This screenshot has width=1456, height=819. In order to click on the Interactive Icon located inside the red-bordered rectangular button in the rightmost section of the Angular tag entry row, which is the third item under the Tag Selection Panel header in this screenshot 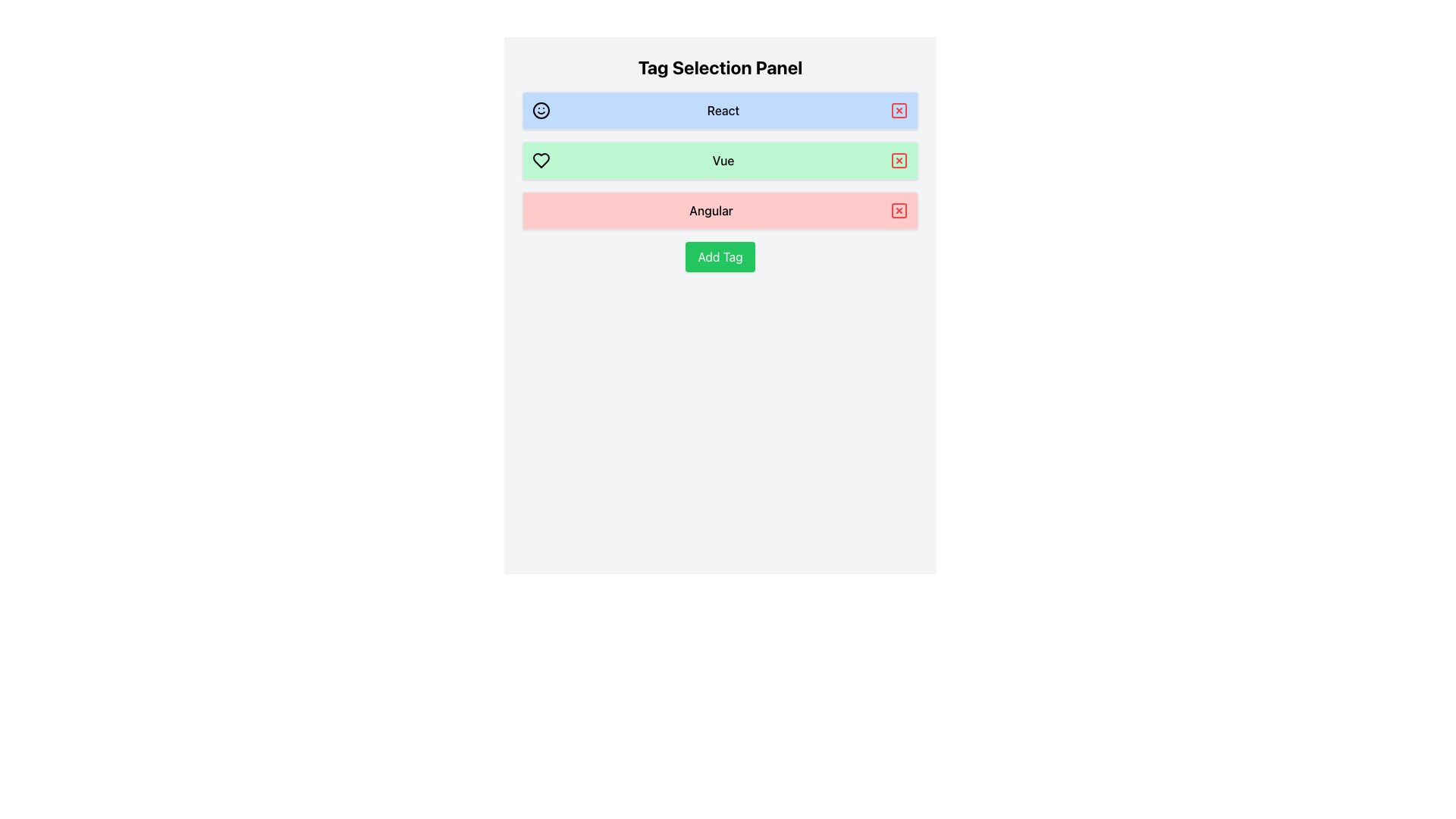, I will do `click(899, 210)`.